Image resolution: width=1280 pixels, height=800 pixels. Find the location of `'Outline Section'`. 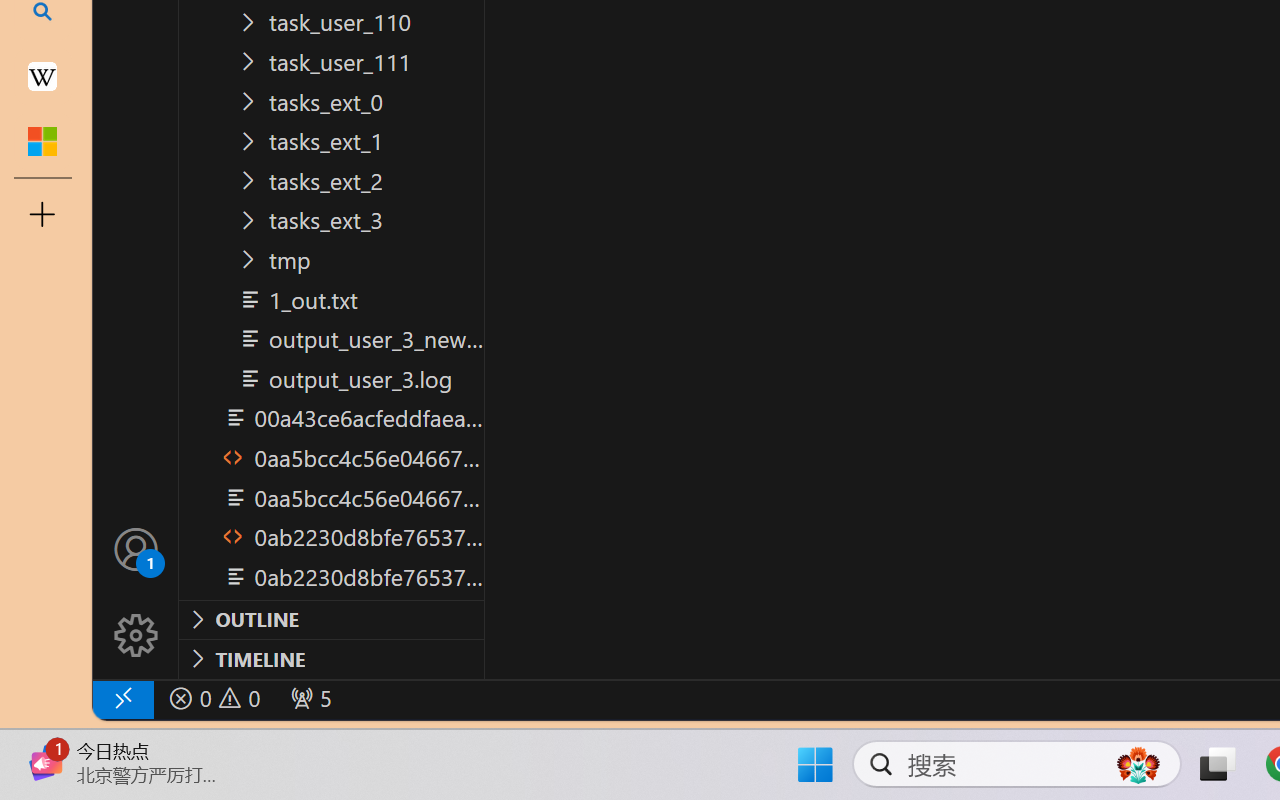

'Outline Section' is located at coordinates (331, 619).